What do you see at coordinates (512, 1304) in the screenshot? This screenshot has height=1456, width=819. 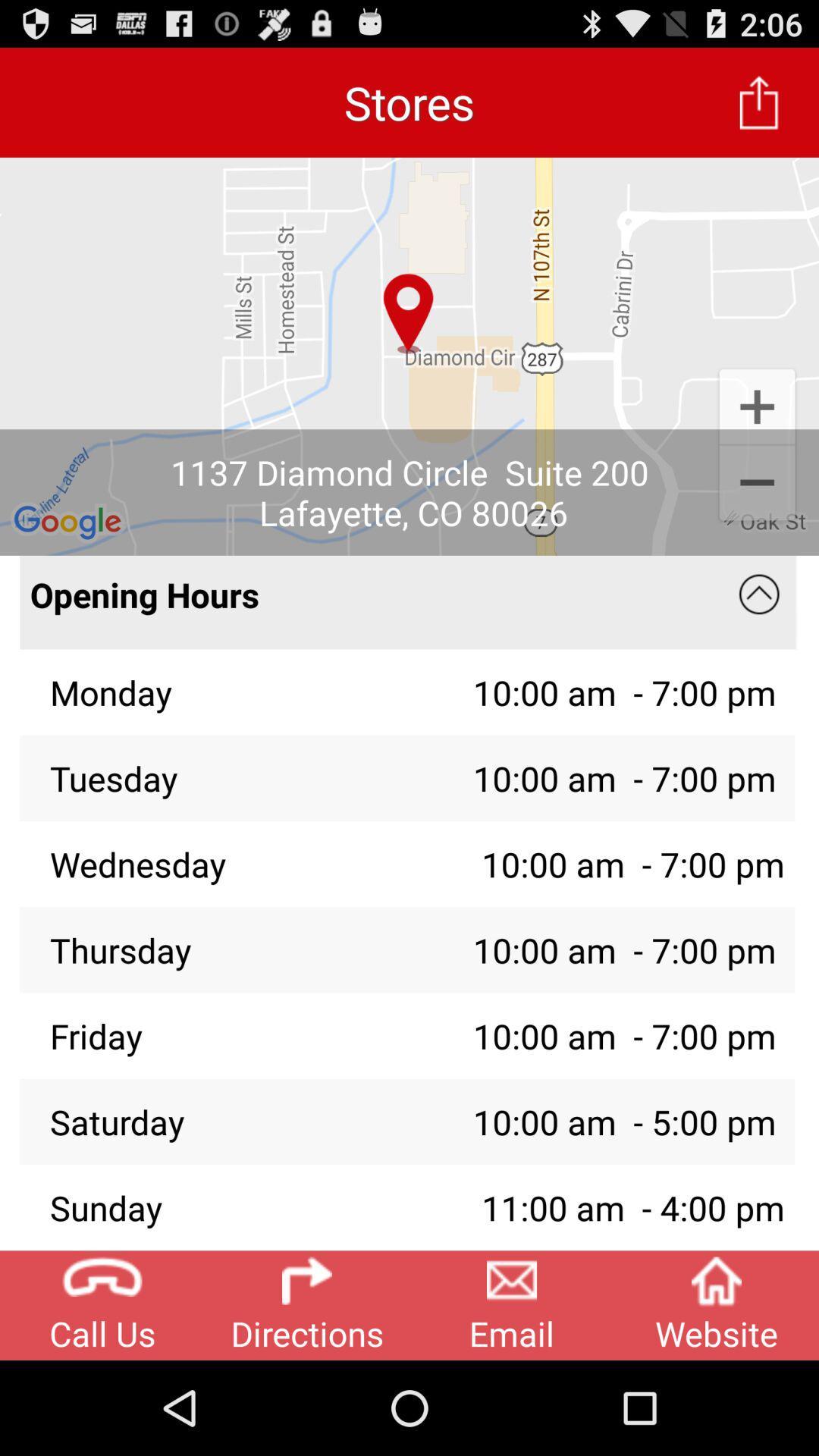 I see `the app to the left of website item` at bounding box center [512, 1304].